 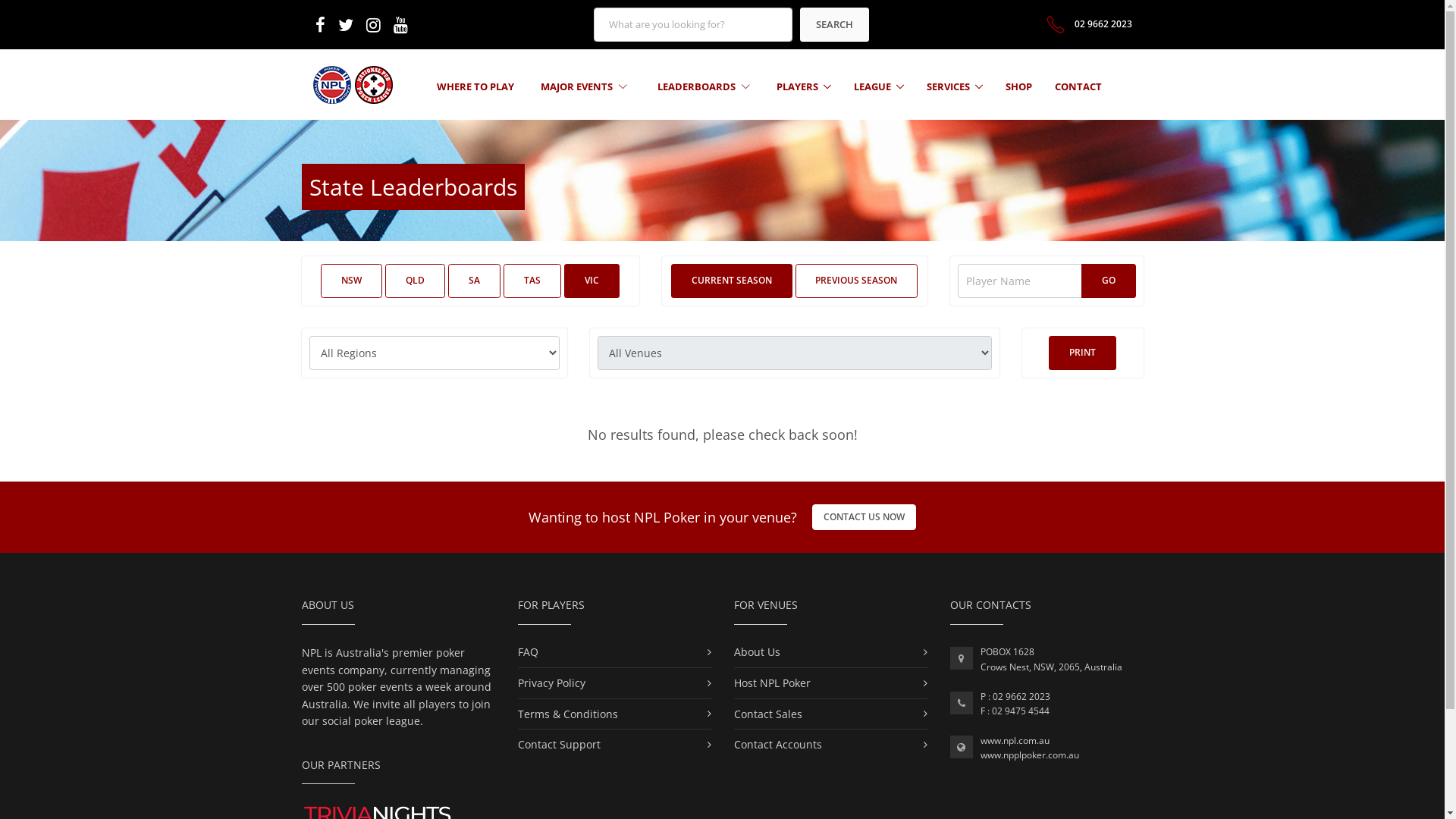 I want to click on 'www.npl.com.au', so click(x=1014, y=739).